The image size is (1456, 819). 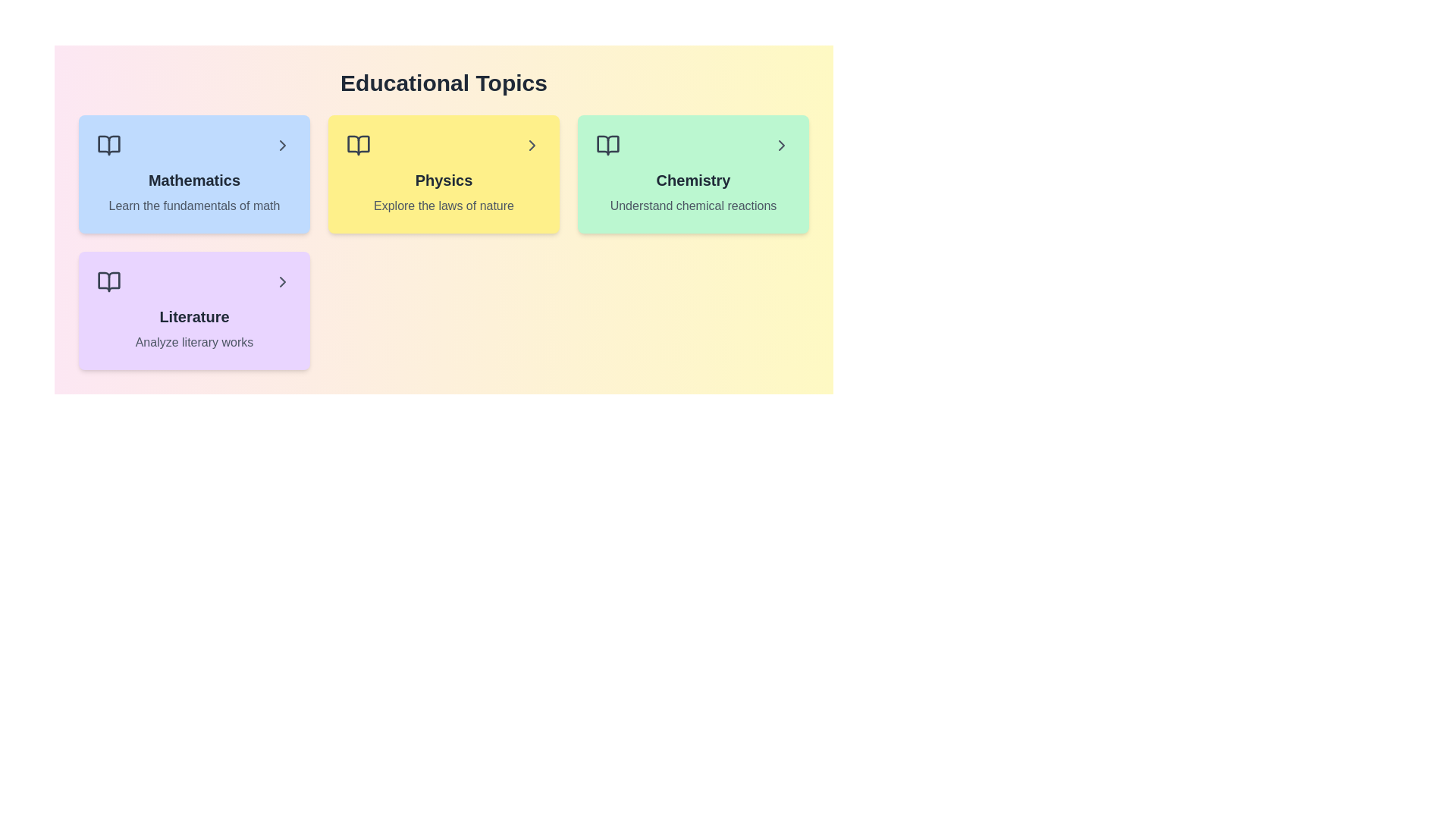 I want to click on the icon associated with the topic Chemistry, so click(x=607, y=146).